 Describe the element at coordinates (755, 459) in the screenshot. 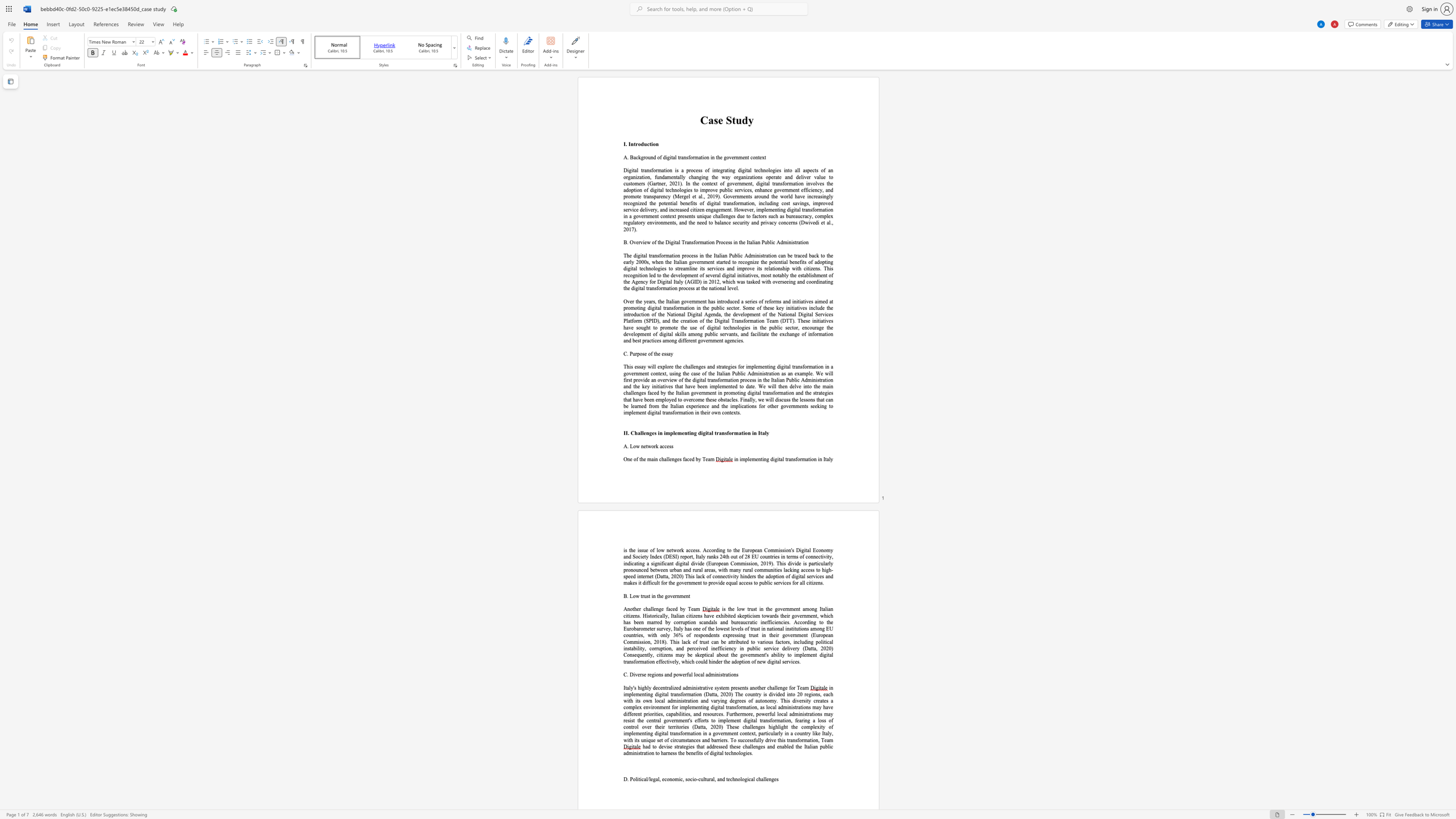

I see `the subset text "enting digit" within the text "in implementing digital transformation in Italy"` at that location.